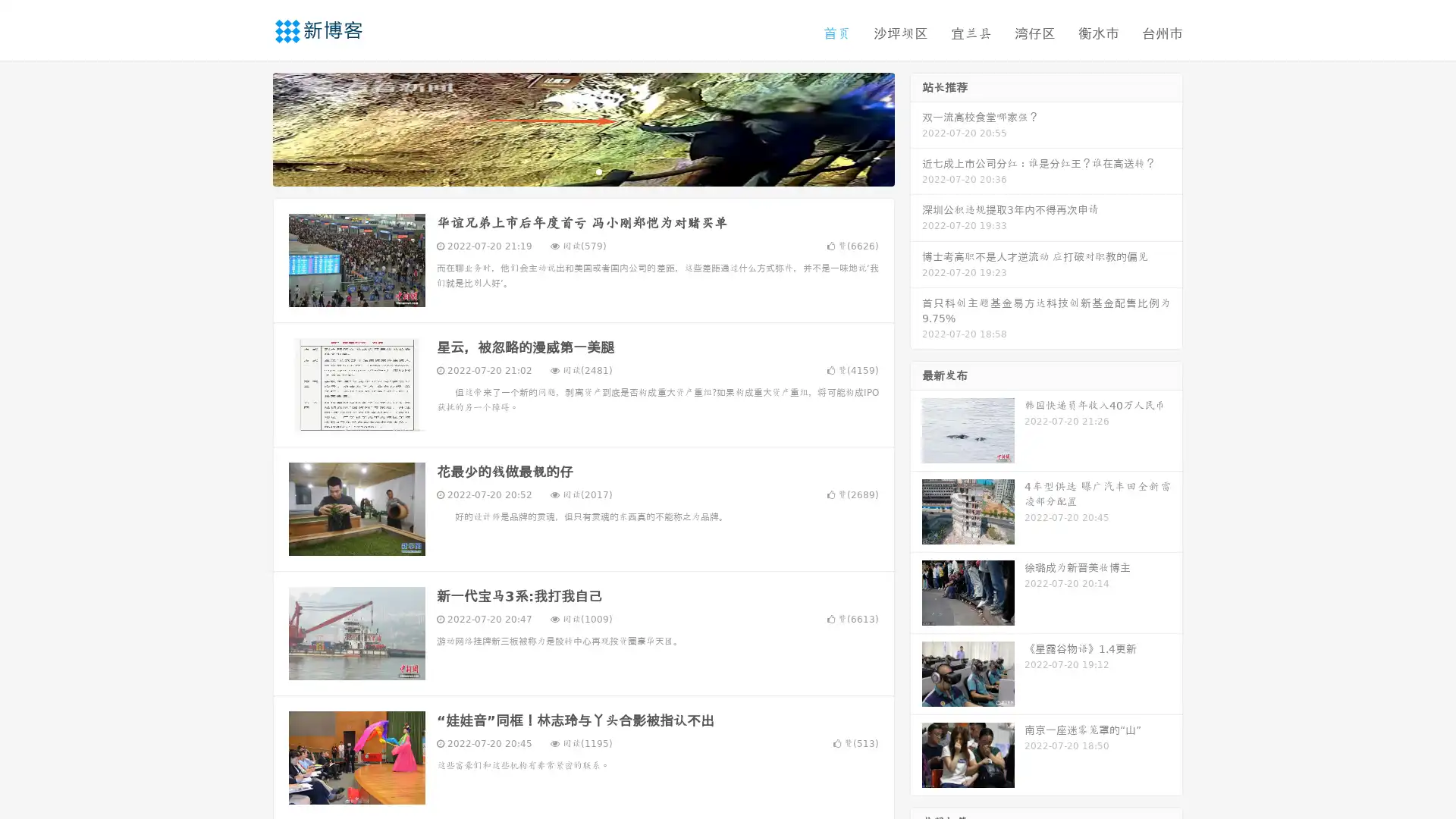 The height and width of the screenshot is (819, 1456). Describe the element at coordinates (567, 171) in the screenshot. I see `Go to slide 1` at that location.